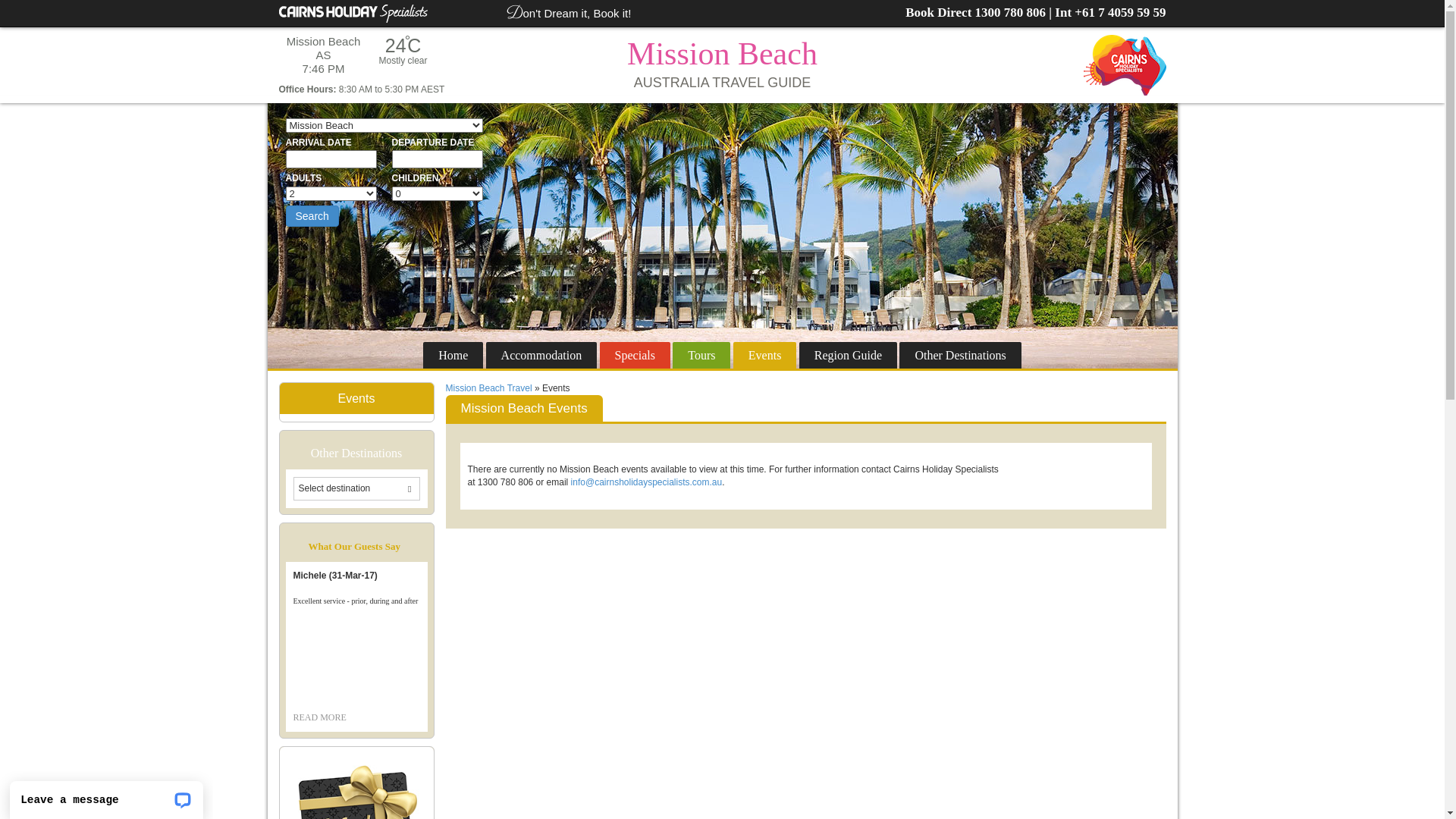 This screenshot has height=819, width=1456. What do you see at coordinates (1120, 12) in the screenshot?
I see `'+61 7 4059 59 59'` at bounding box center [1120, 12].